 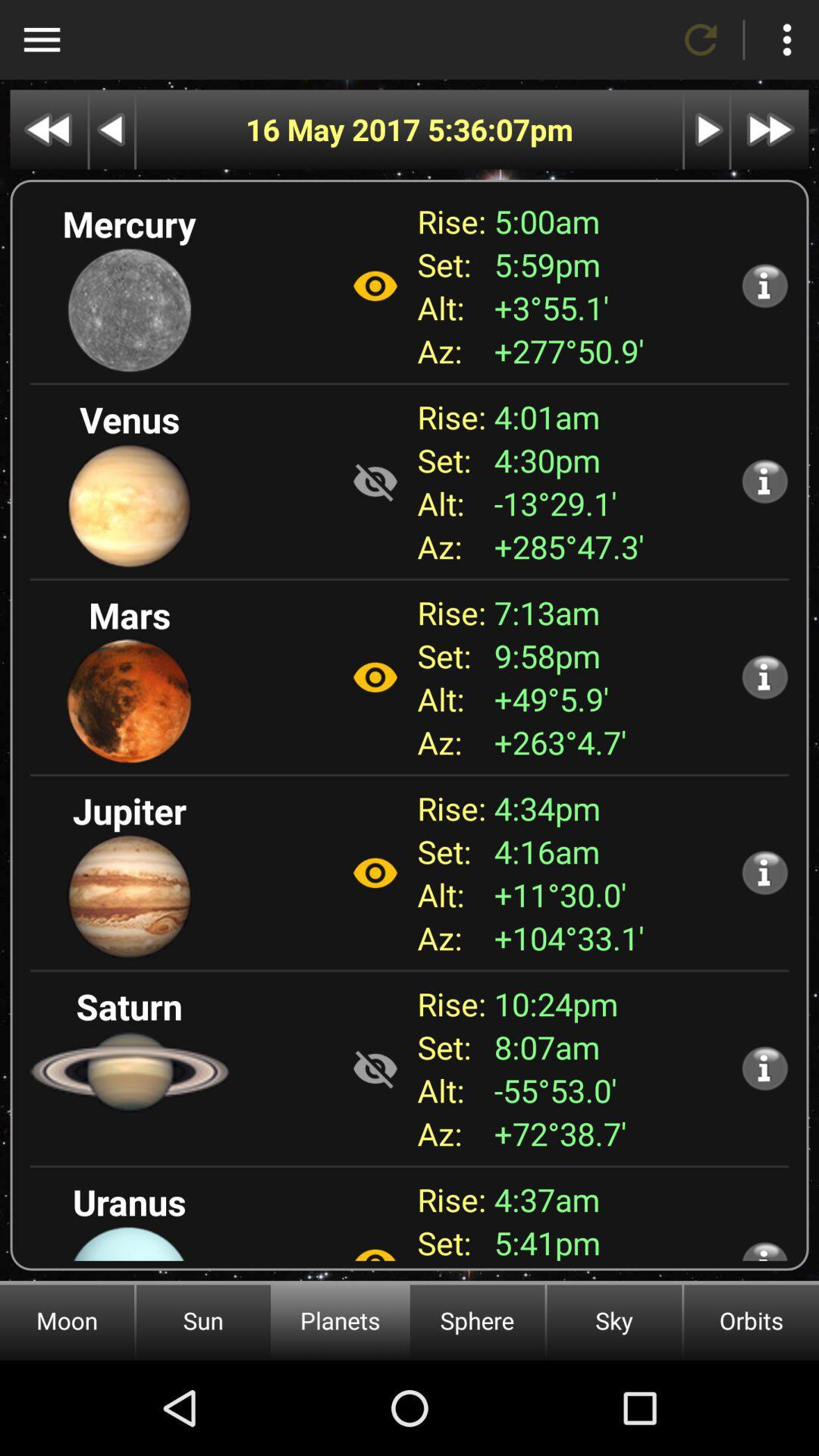 What do you see at coordinates (375, 1246) in the screenshot?
I see `for vision` at bounding box center [375, 1246].